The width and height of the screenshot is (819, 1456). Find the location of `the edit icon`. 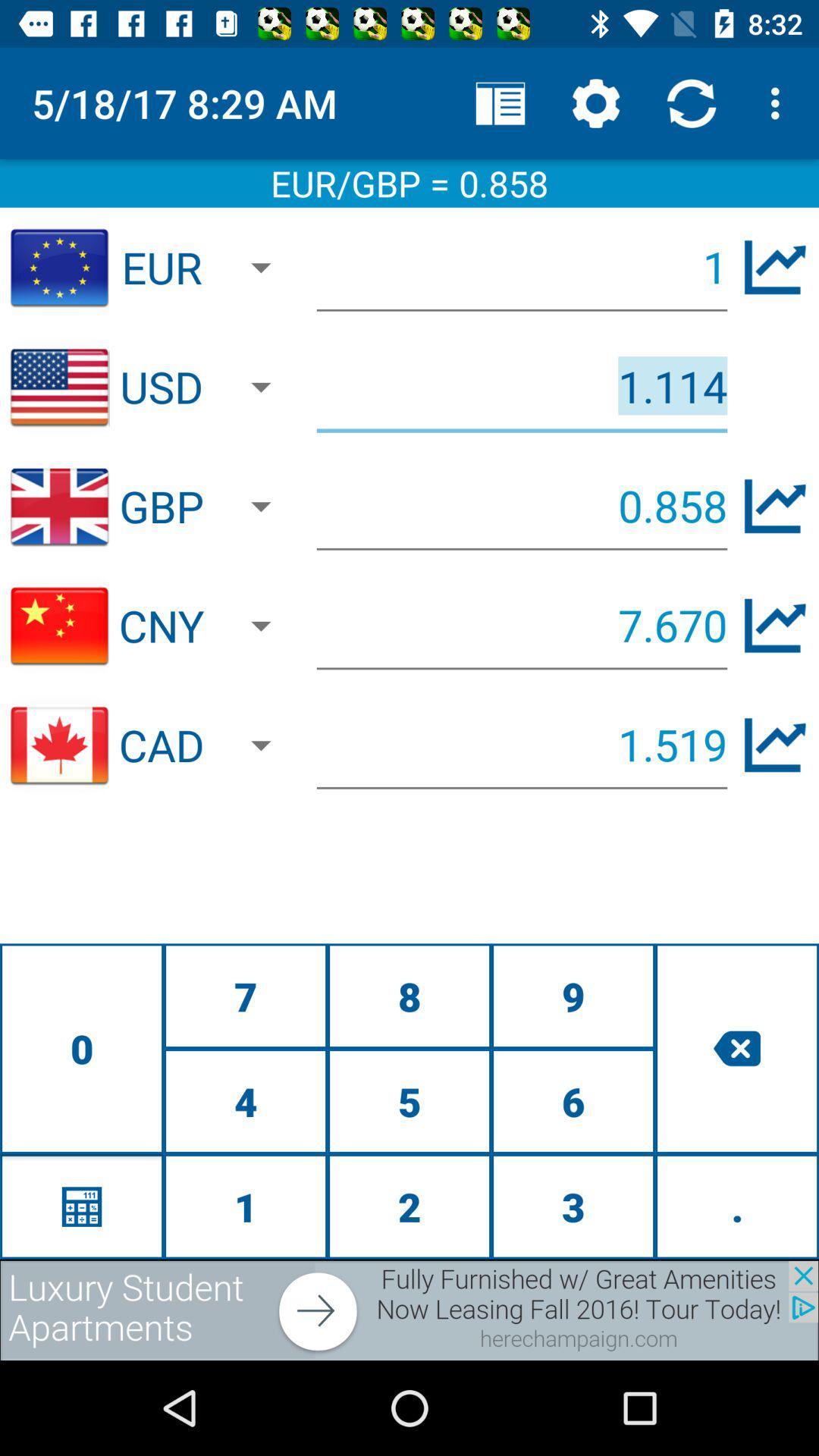

the edit icon is located at coordinates (775, 626).